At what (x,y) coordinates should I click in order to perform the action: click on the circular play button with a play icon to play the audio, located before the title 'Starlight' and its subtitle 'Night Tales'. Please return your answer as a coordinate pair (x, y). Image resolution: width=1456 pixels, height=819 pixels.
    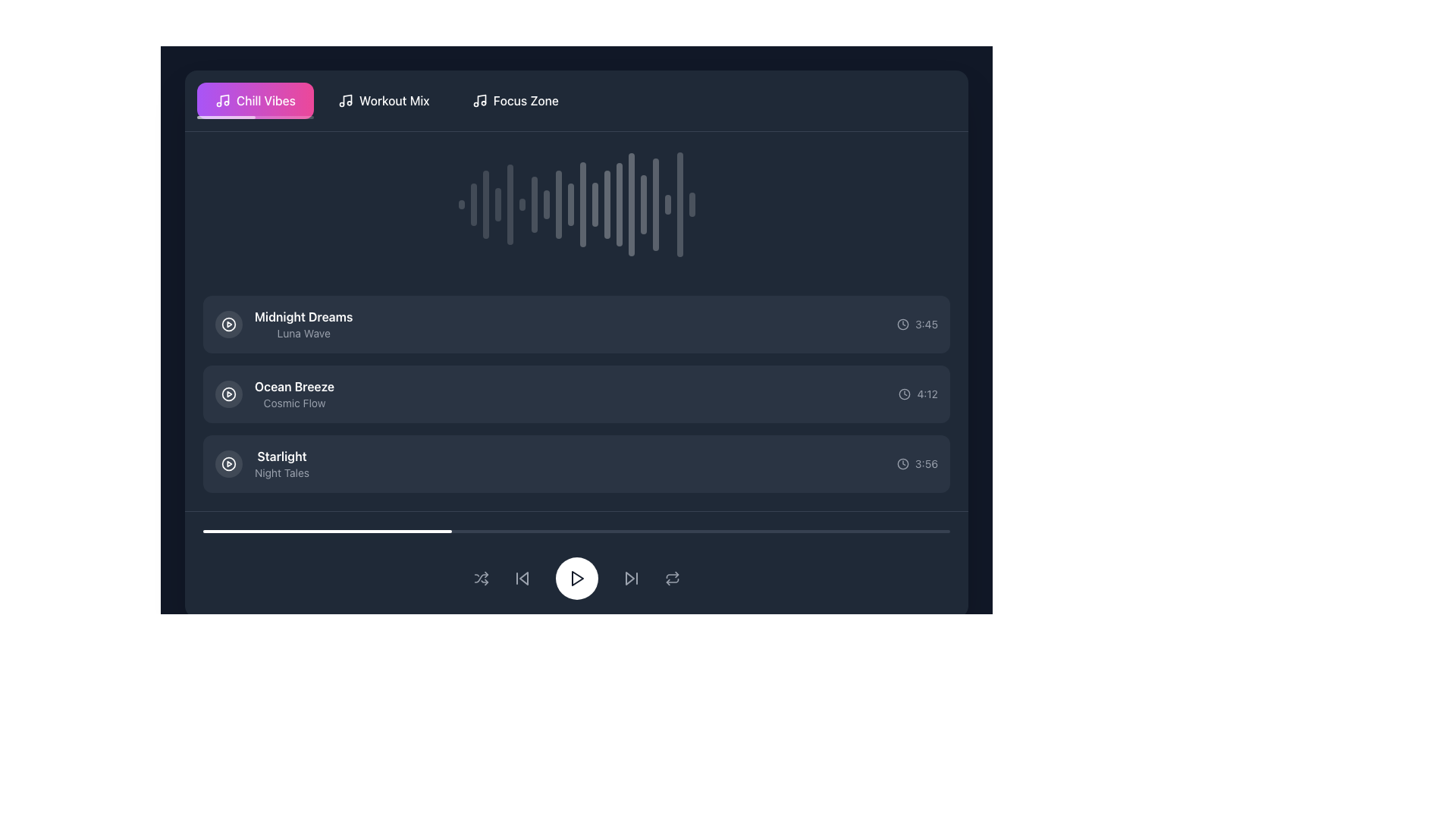
    Looking at the image, I should click on (228, 463).